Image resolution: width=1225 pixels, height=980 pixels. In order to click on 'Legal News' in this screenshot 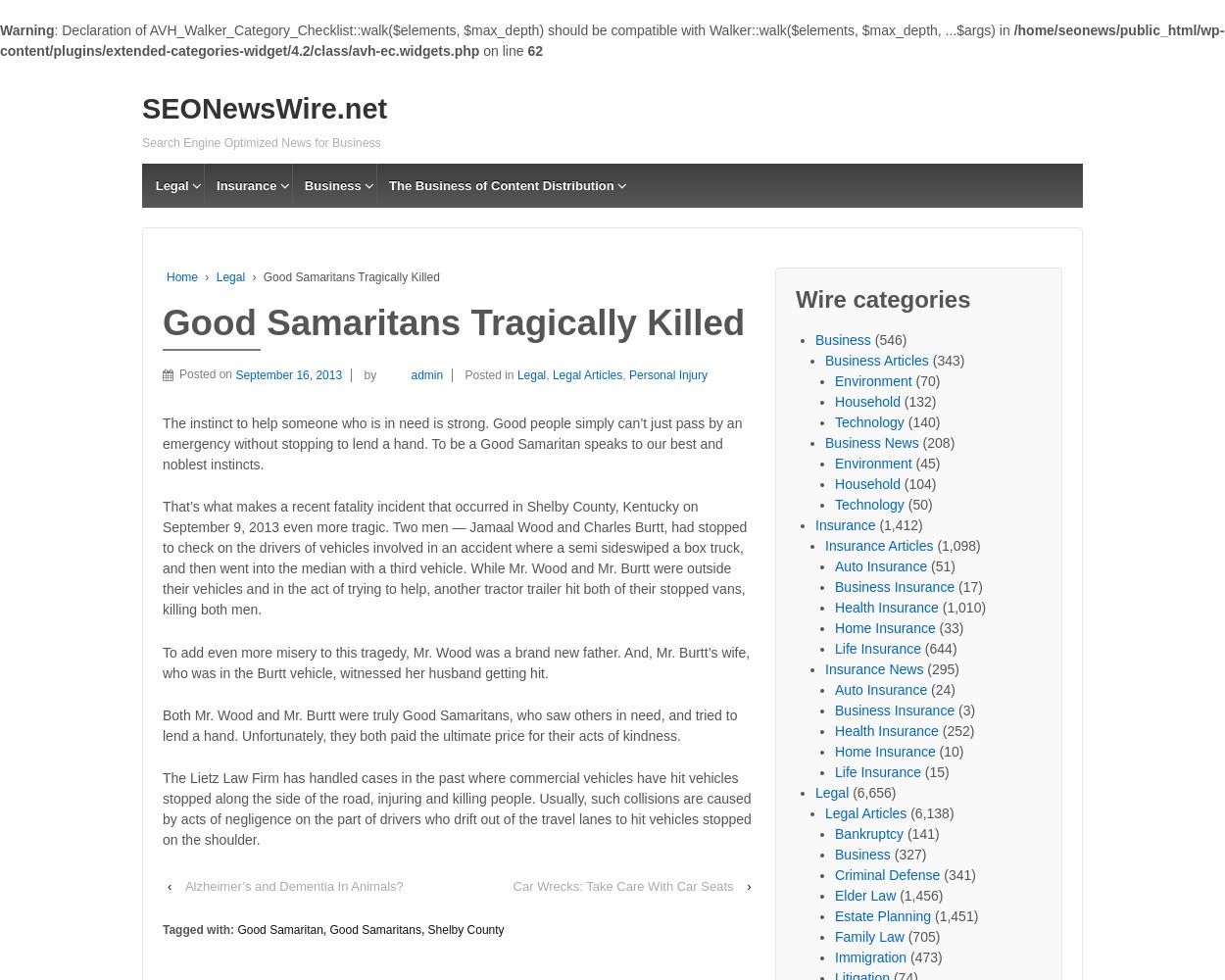, I will do `click(184, 208)`.